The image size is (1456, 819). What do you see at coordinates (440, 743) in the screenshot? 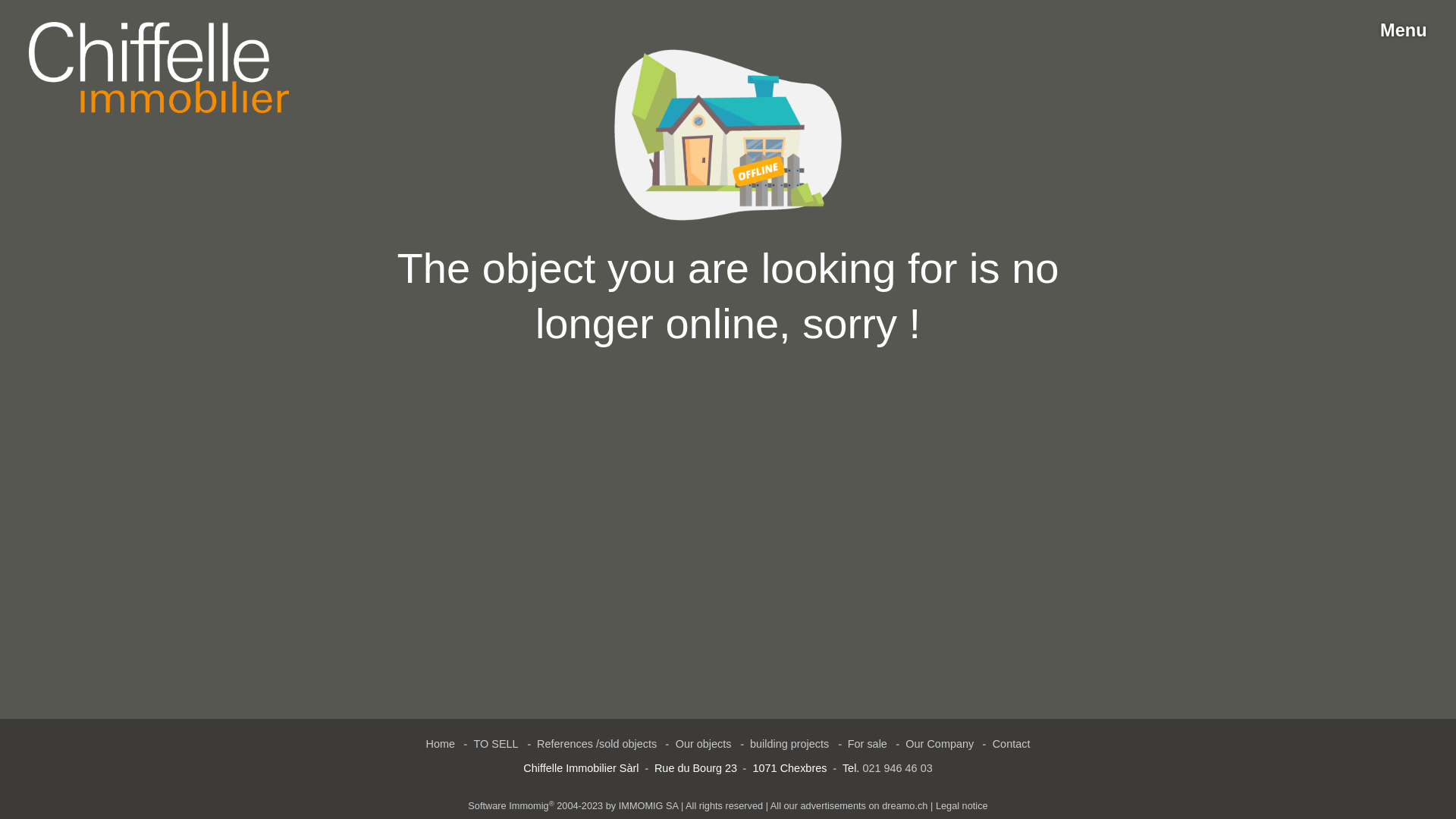
I see `'Home'` at bounding box center [440, 743].